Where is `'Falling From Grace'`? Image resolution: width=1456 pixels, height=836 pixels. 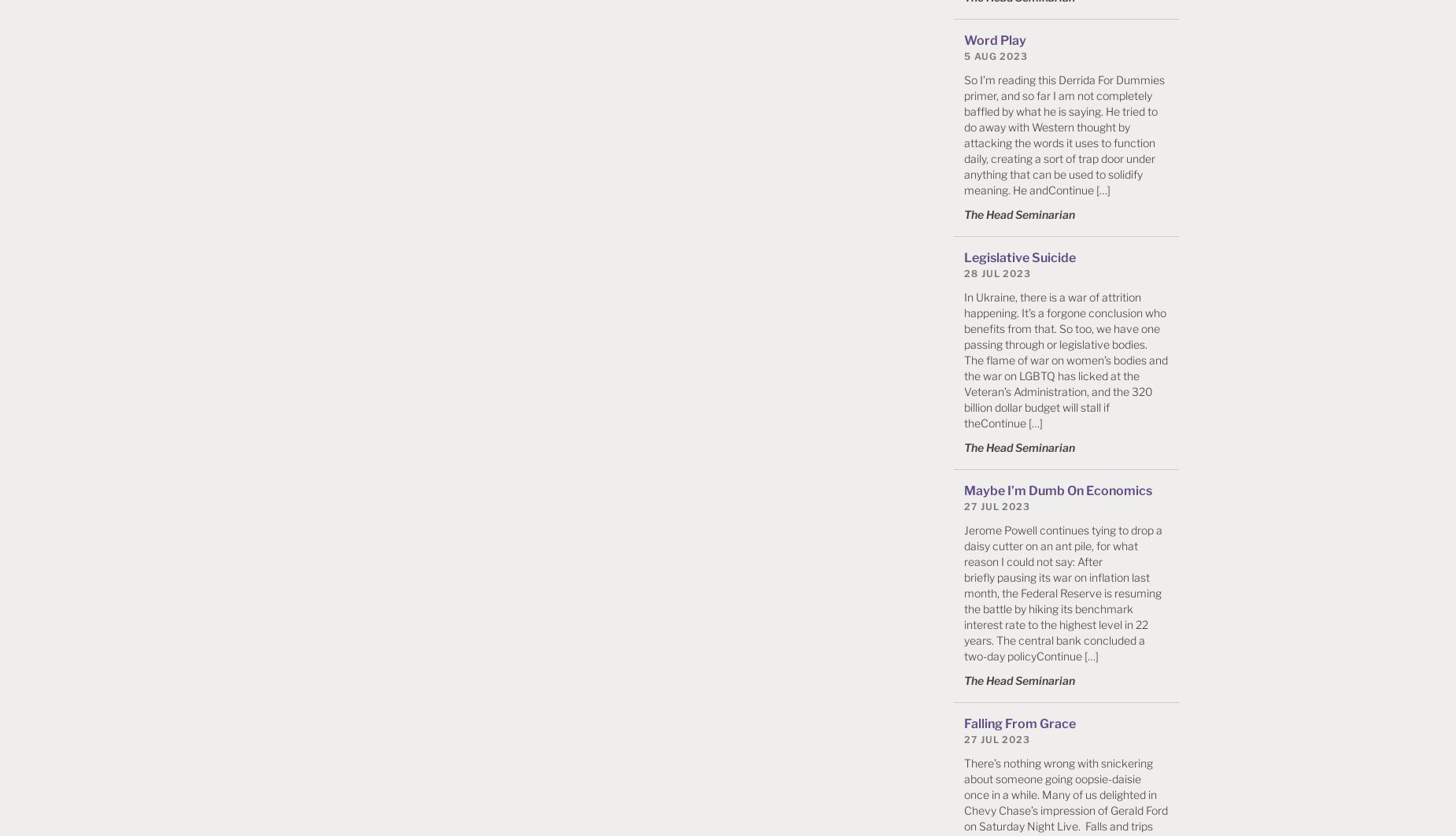 'Falling From Grace' is located at coordinates (1018, 723).